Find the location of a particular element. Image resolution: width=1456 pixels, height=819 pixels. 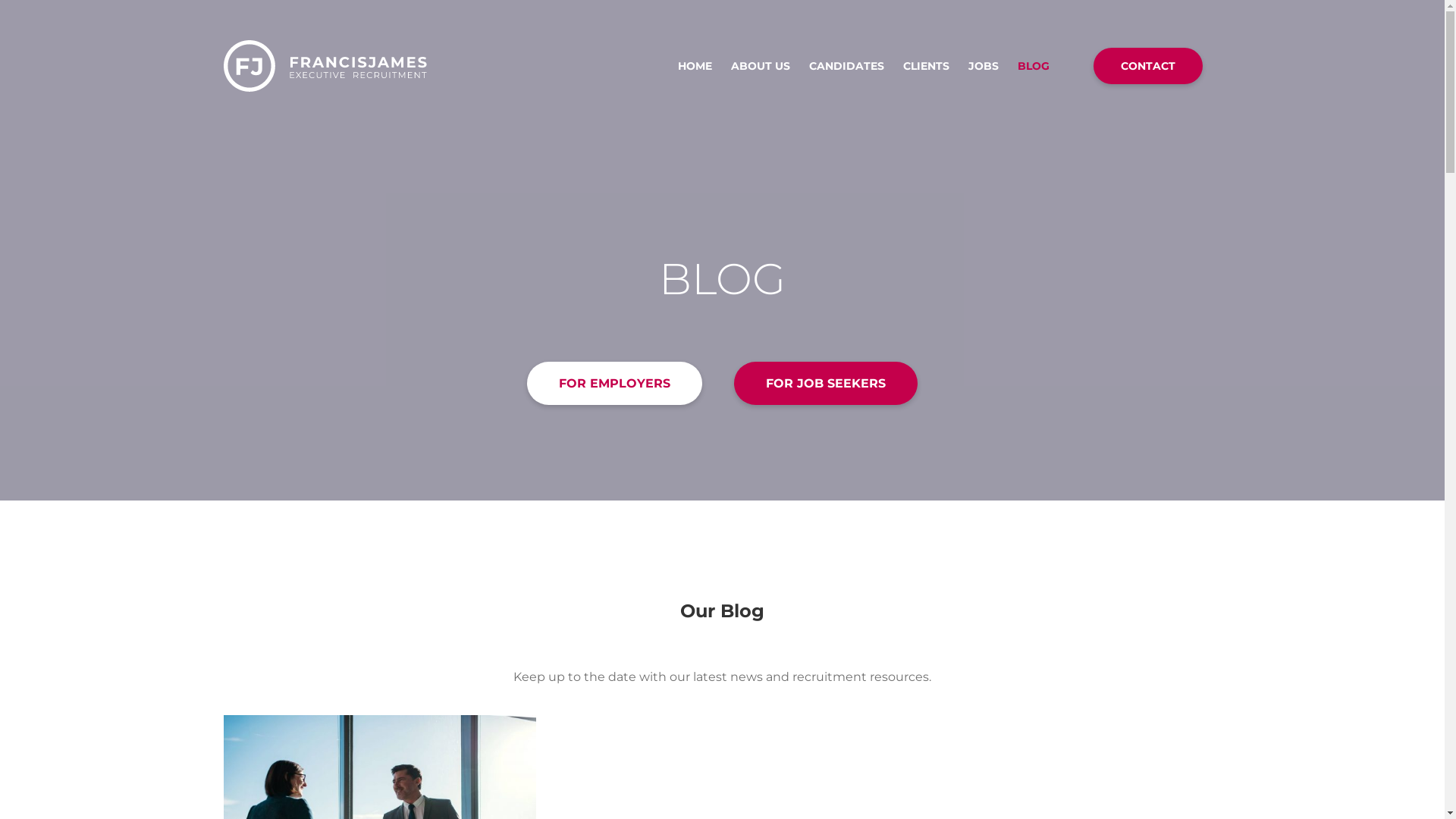

'CANDIDATES' is located at coordinates (845, 65).